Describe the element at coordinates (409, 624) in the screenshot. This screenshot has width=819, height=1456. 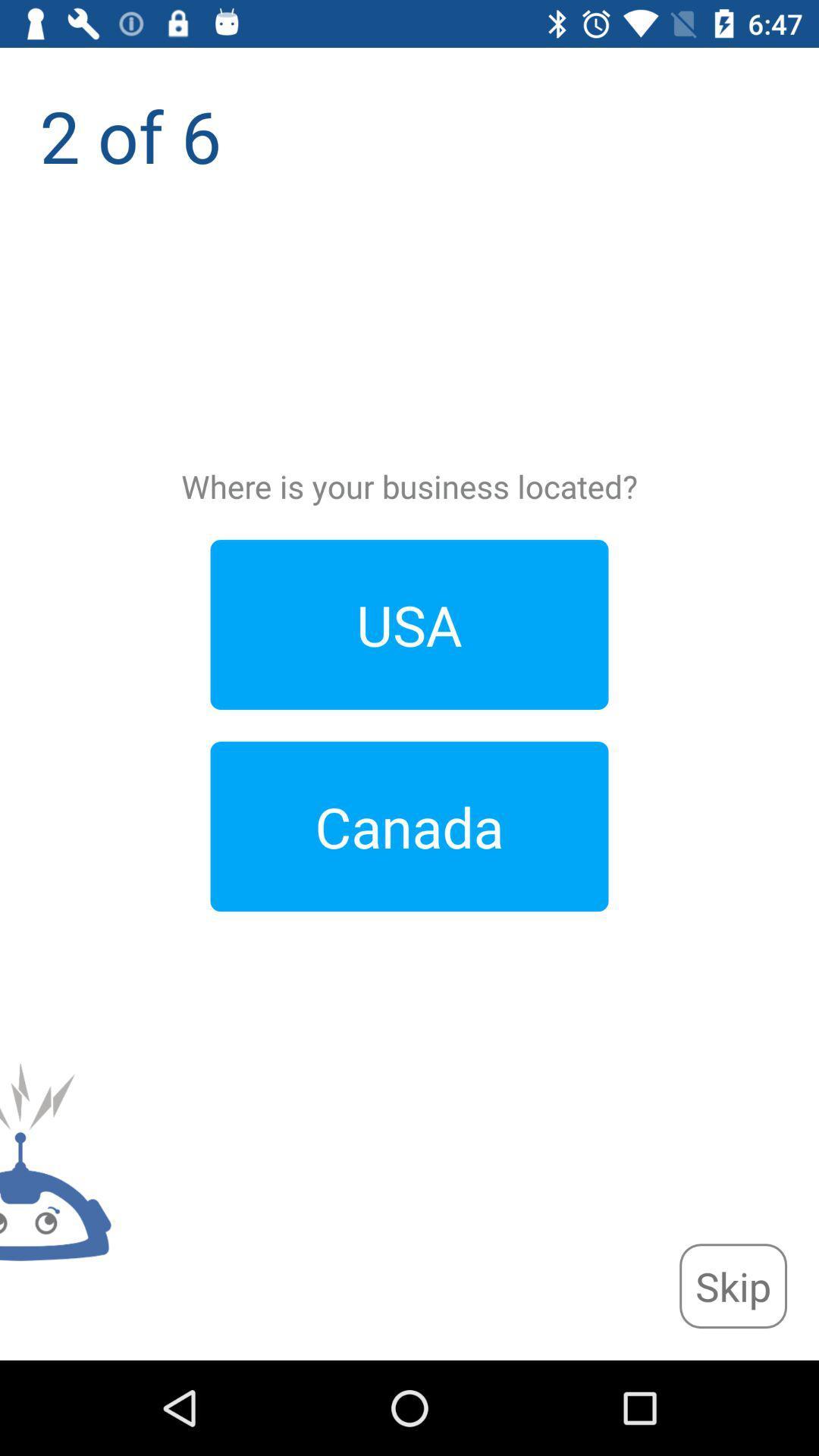
I see `the usa item` at that location.